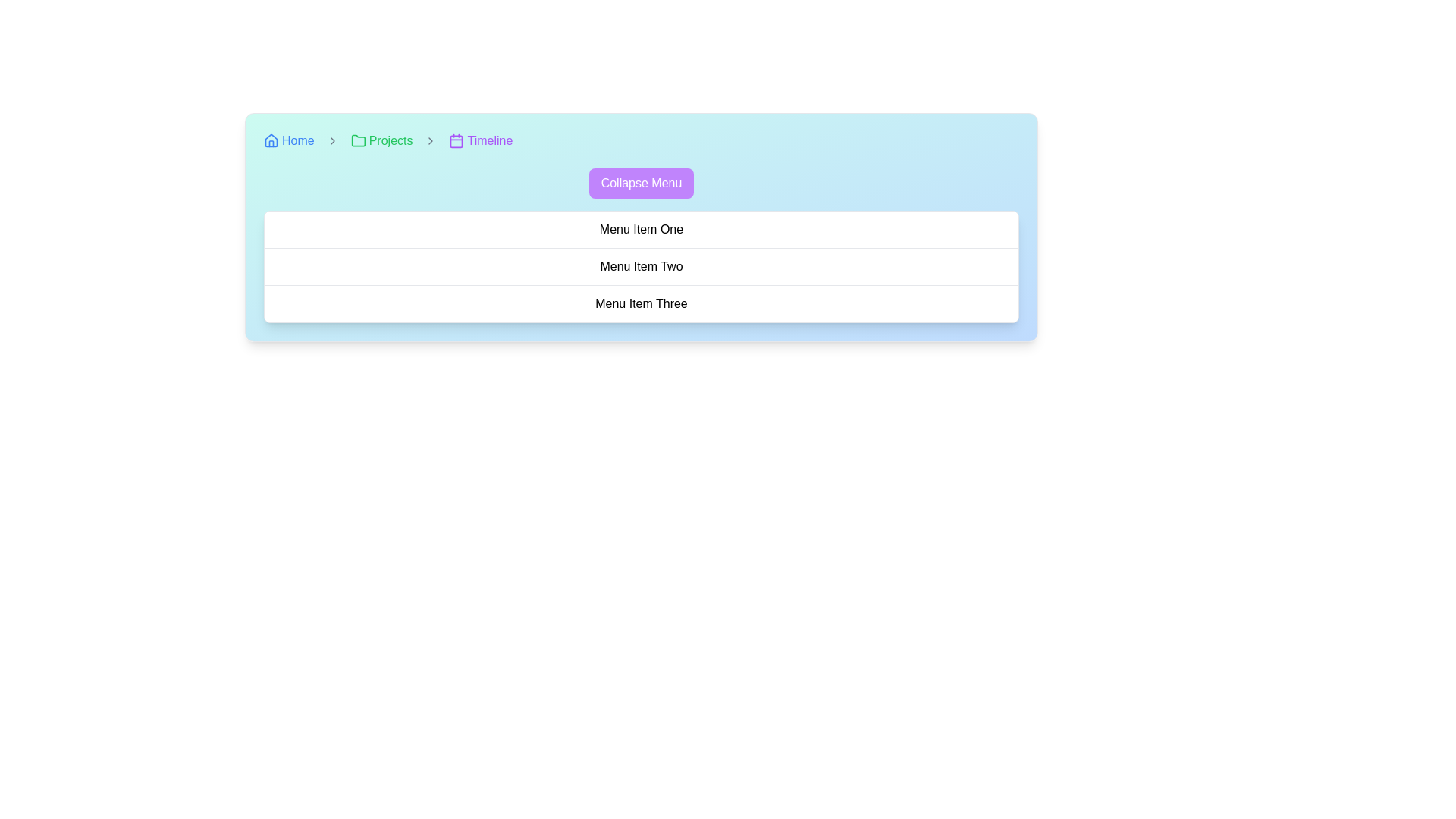 This screenshot has width=1456, height=819. Describe the element at coordinates (641, 303) in the screenshot. I see `the third button-like text-based menu item in a vertically stacked menu, located below 'Menu Item Two'` at that location.